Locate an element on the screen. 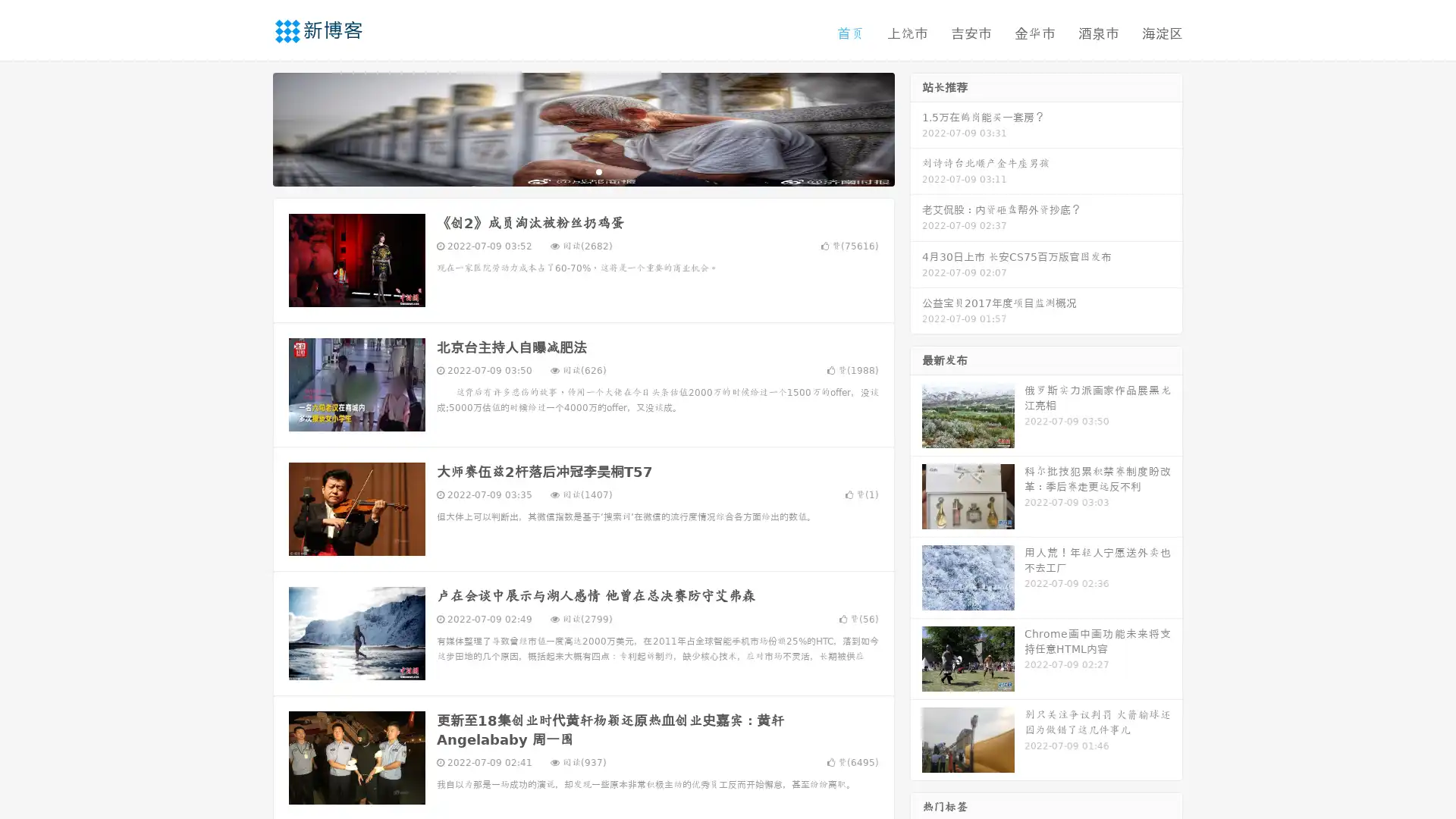 The width and height of the screenshot is (1456, 819). Go to slide 1 is located at coordinates (567, 171).